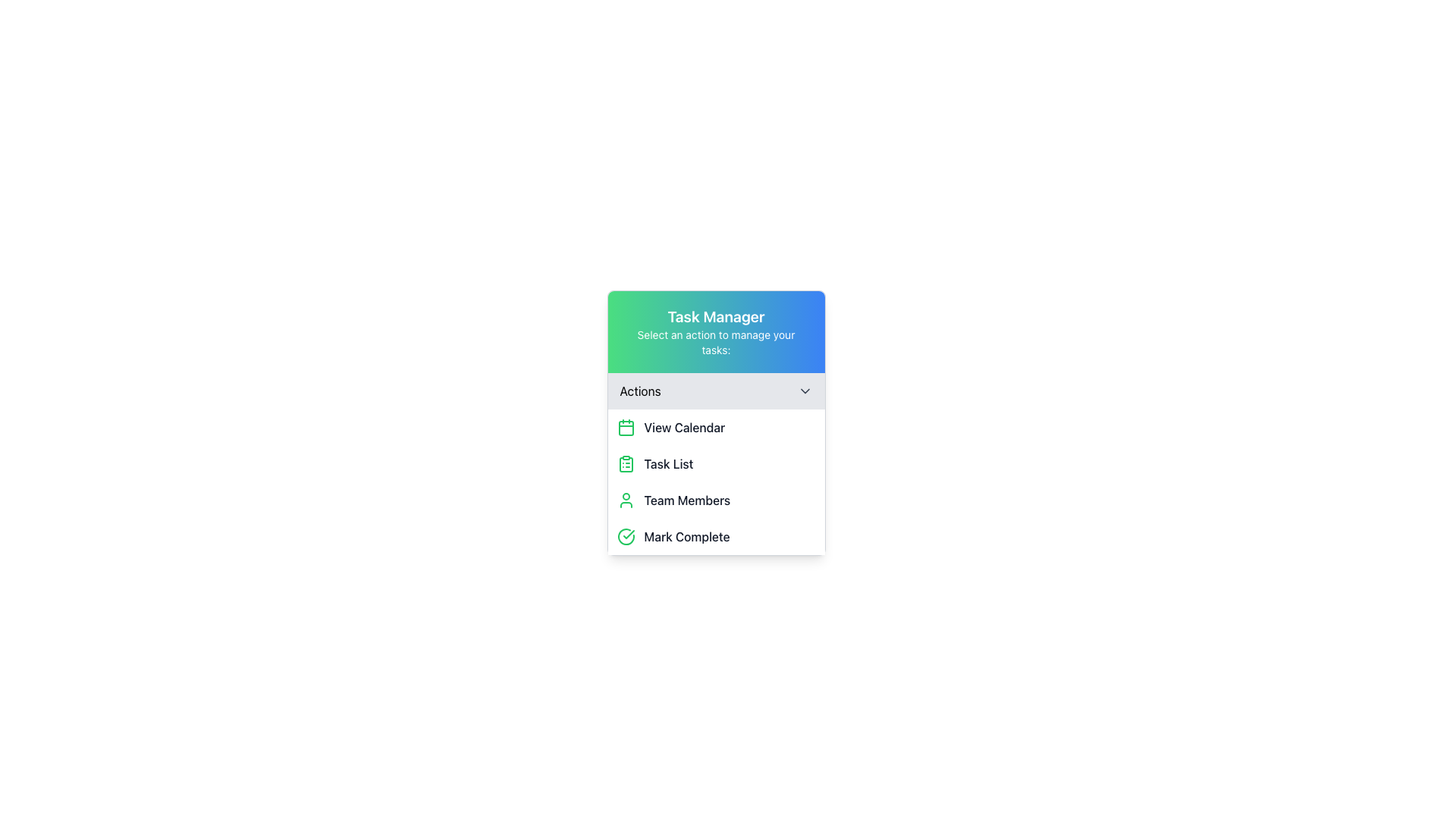 The image size is (1456, 819). Describe the element at coordinates (626, 463) in the screenshot. I see `clipboard list icon with a green stroke located to the left of the 'Task List' text in the menu of options` at that location.